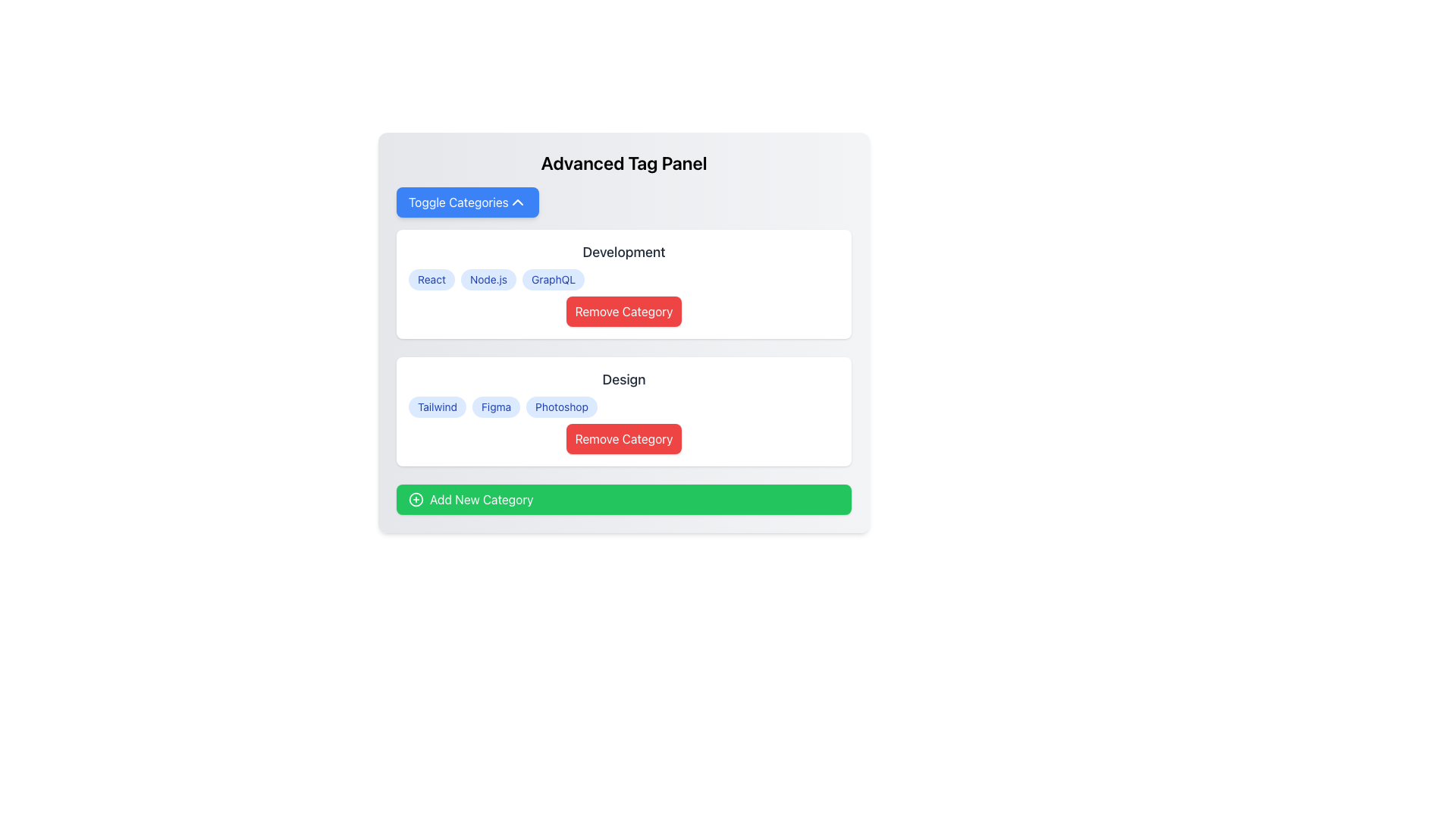  Describe the element at coordinates (488, 280) in the screenshot. I see `the 'Node.js' tag located centrally in the first row of tags under the 'Development' section to interact with it` at that location.